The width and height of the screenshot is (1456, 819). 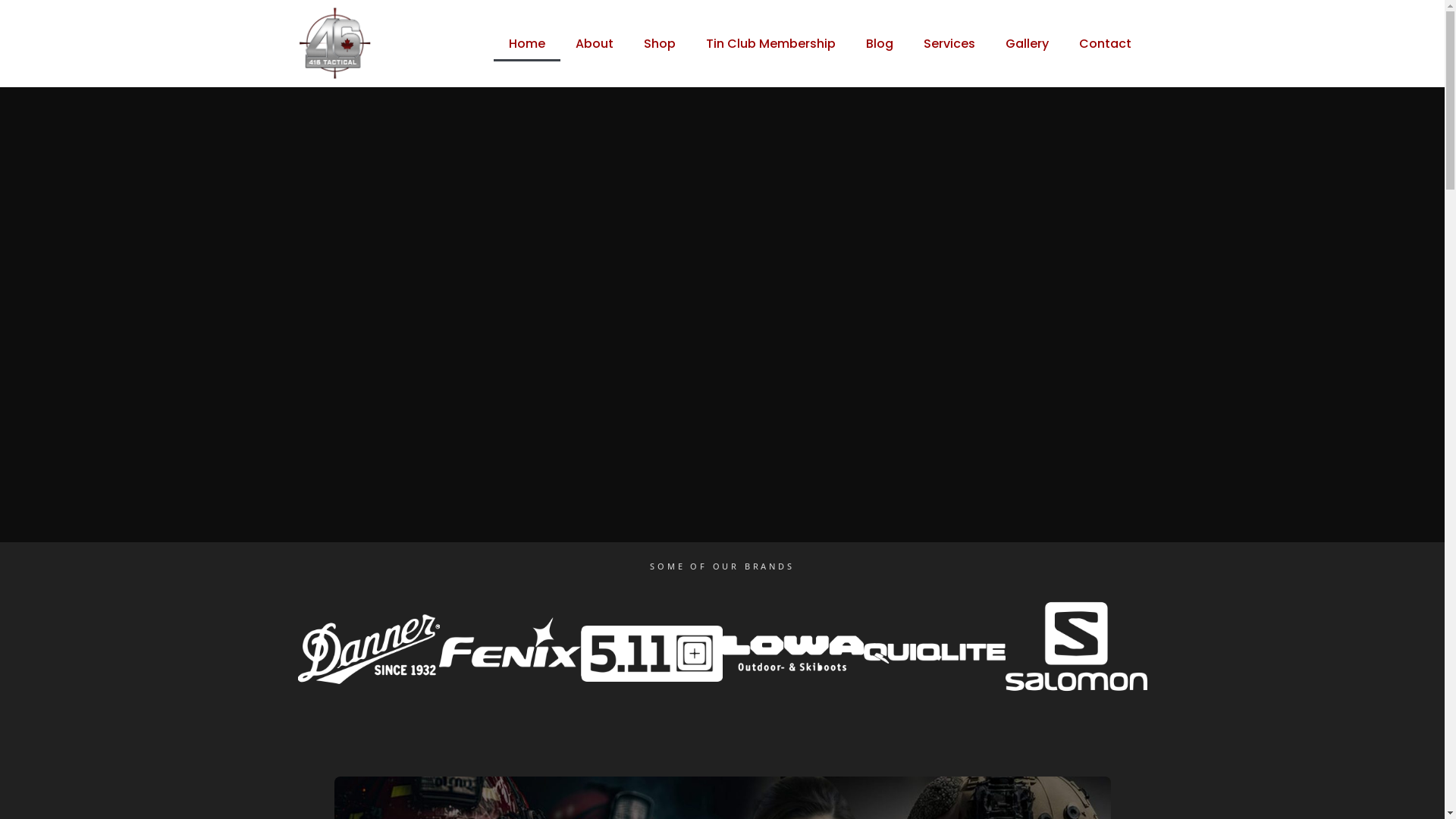 I want to click on 'Shop', so click(x=659, y=42).